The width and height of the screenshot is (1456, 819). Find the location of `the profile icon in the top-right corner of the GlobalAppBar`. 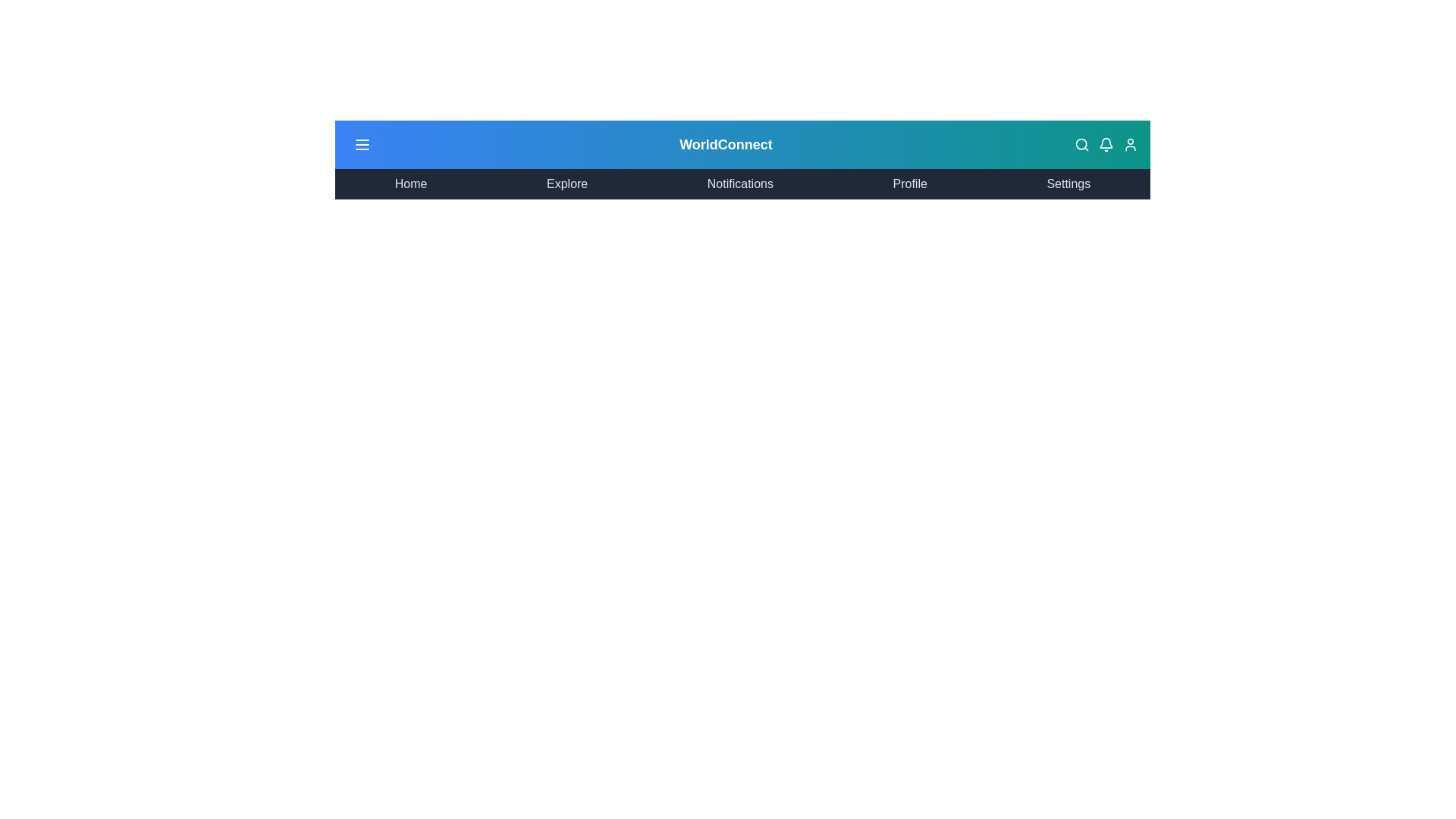

the profile icon in the top-right corner of the GlobalAppBar is located at coordinates (1131, 145).